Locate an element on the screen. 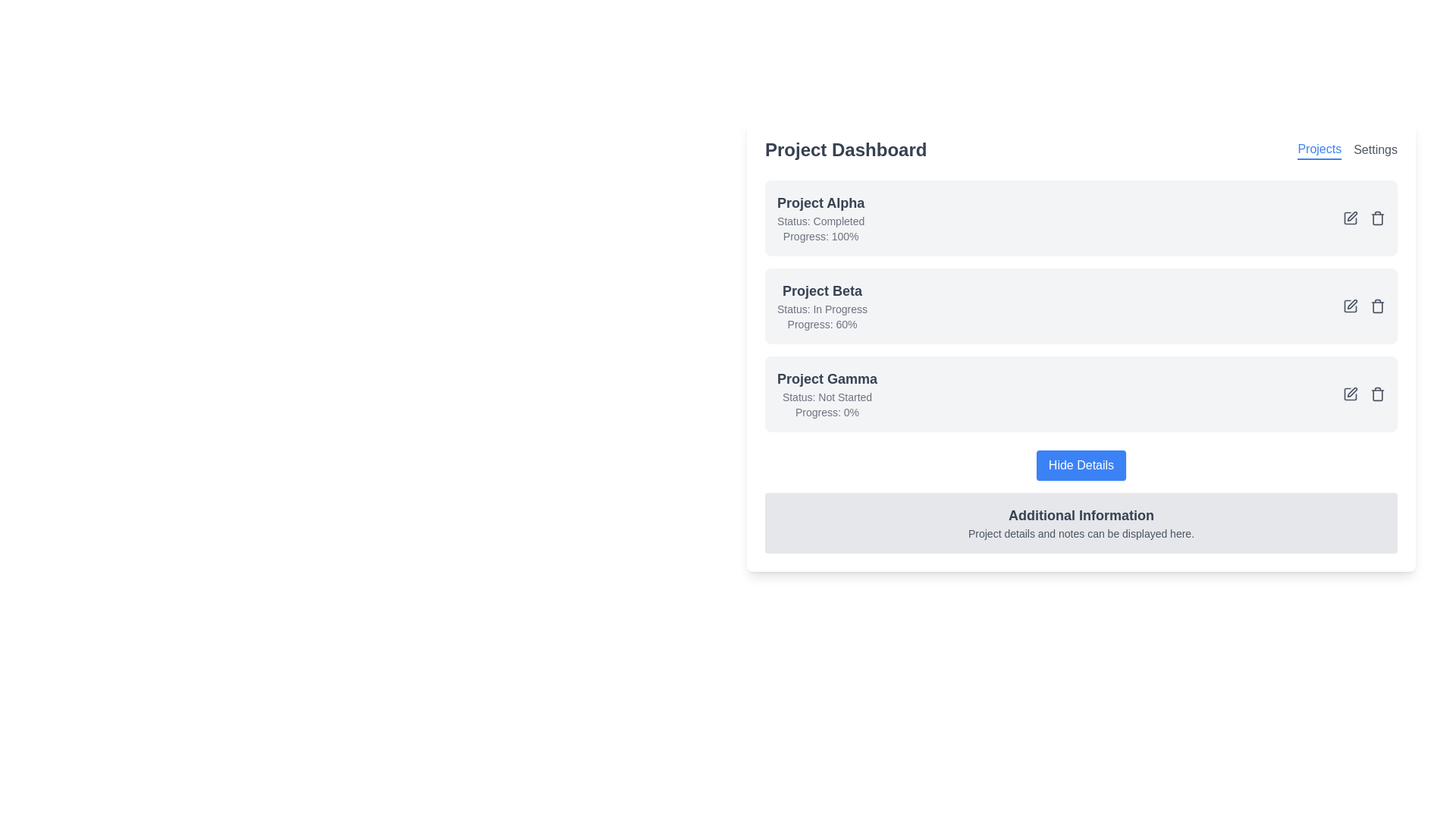 This screenshot has width=1456, height=819. the static text label displaying 'Project Beta', which is a medium-sized, bold, gray text located at the top of its entry in the project list is located at coordinates (821, 291).